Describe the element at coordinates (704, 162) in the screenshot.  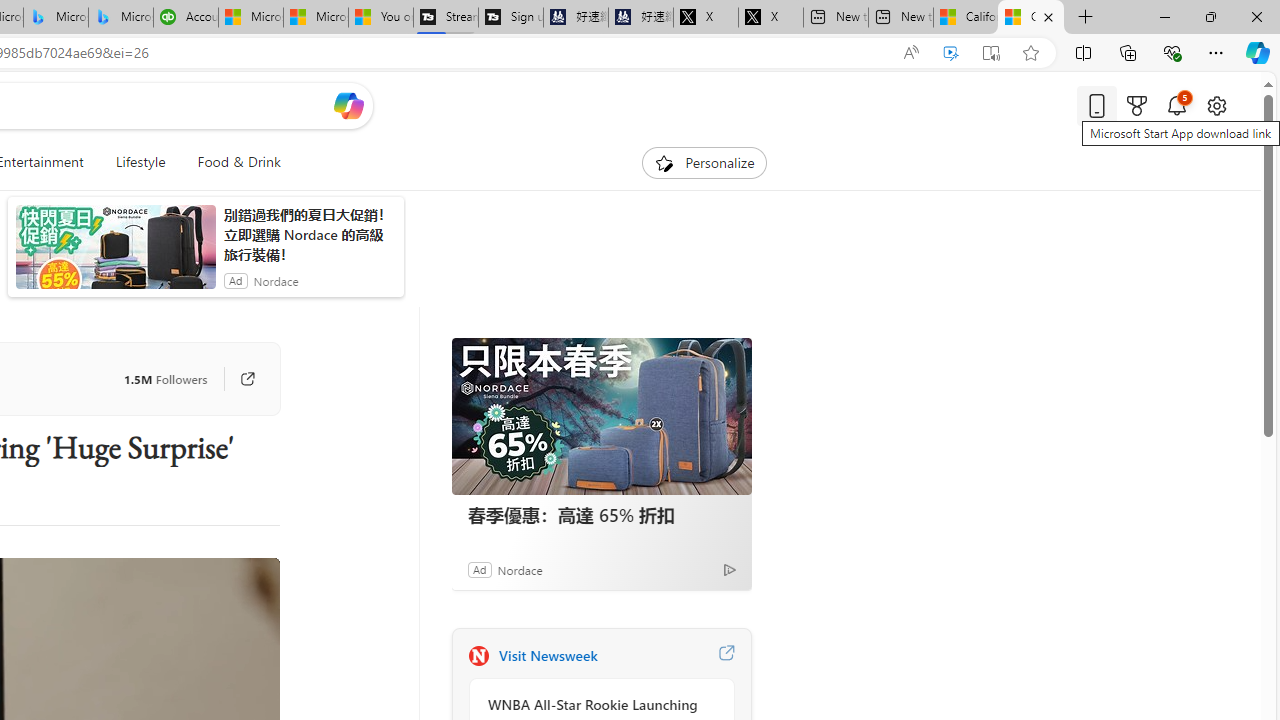
I see `'Personalize'` at that location.